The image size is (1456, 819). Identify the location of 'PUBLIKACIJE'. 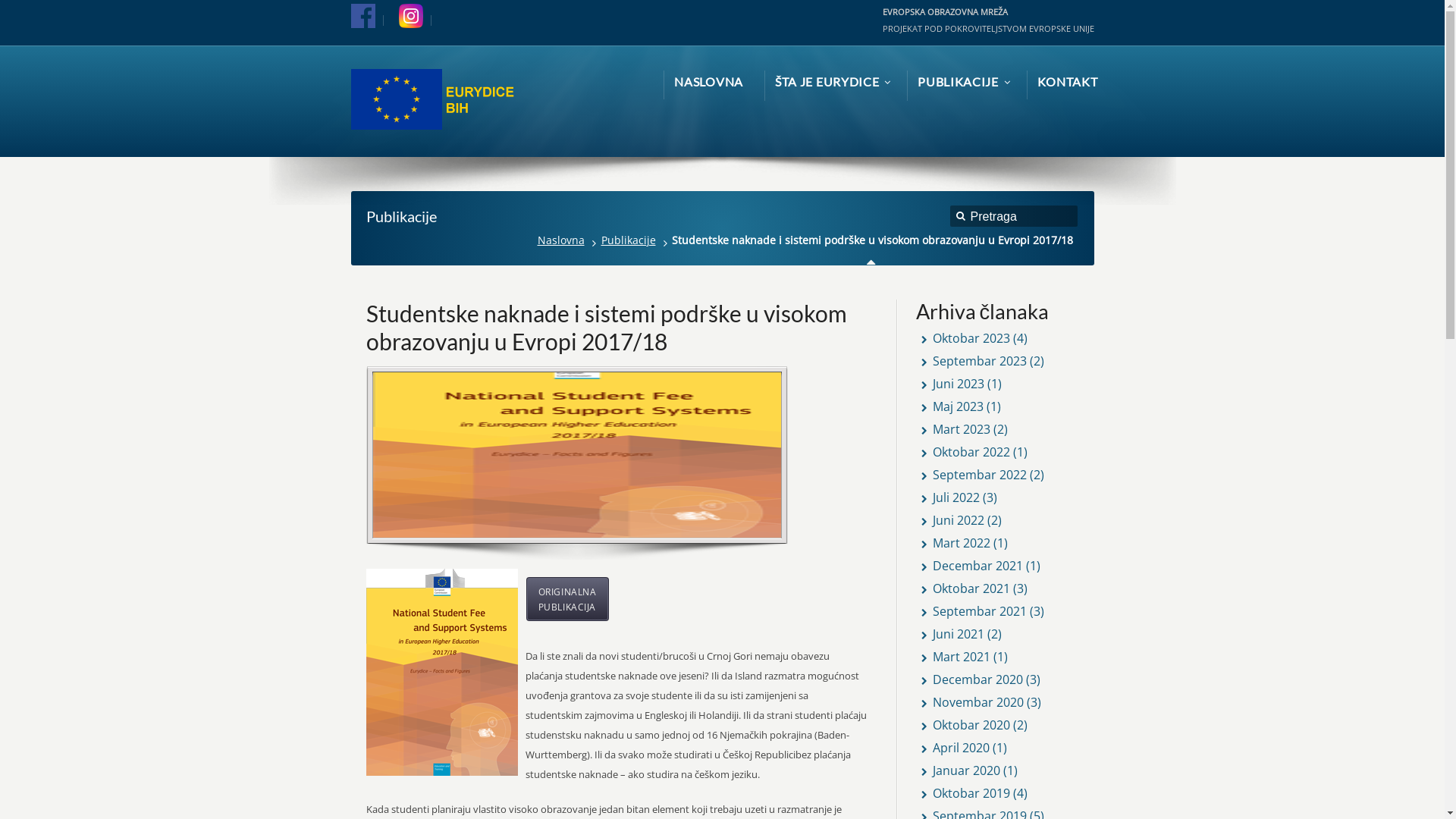
(960, 82).